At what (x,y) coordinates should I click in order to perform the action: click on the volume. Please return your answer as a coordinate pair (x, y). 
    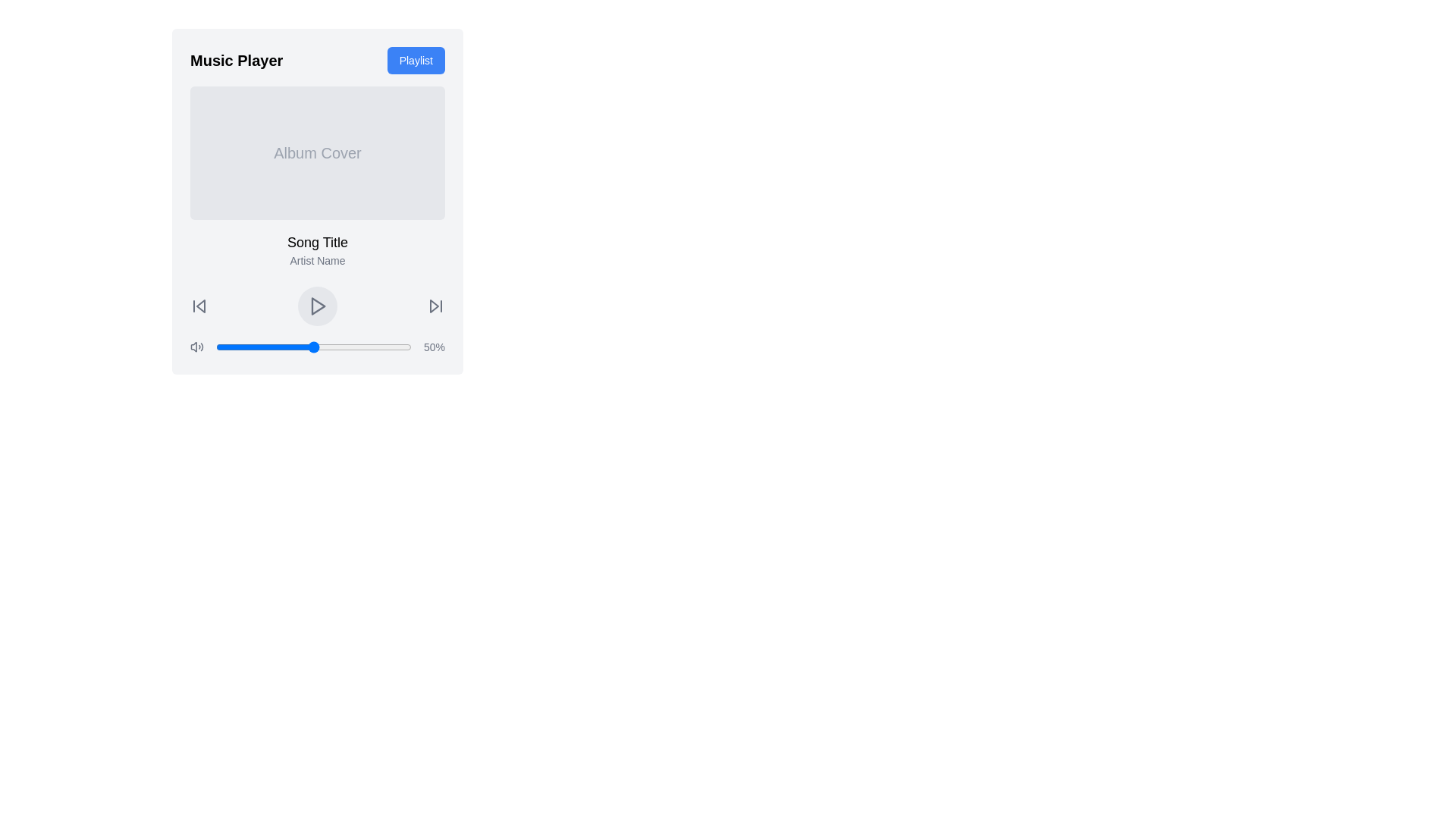
    Looking at the image, I should click on (374, 347).